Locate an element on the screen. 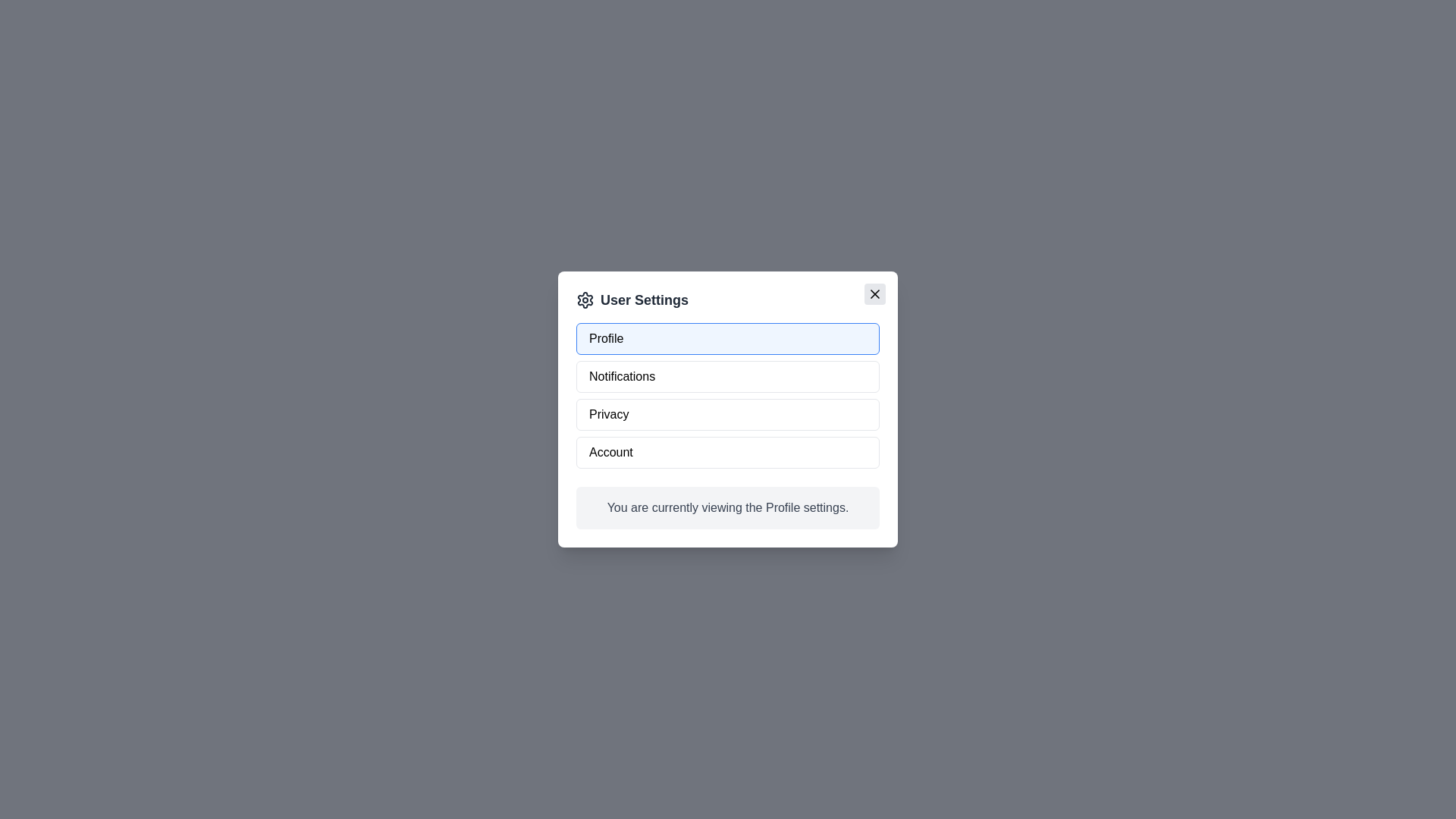 The width and height of the screenshot is (1456, 819). close button in the top-right corner of the dialog is located at coordinates (874, 294).